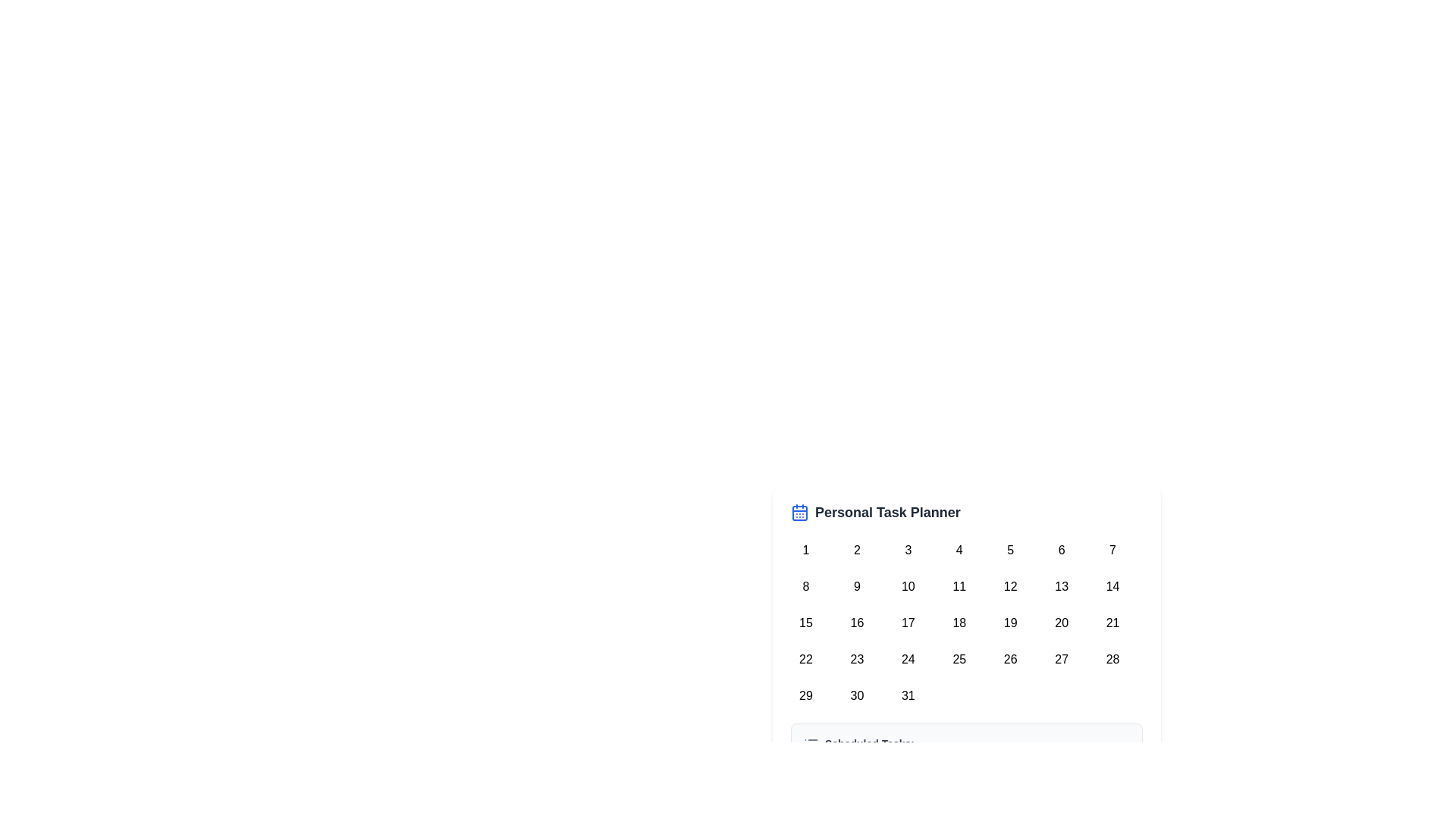 The width and height of the screenshot is (1456, 819). Describe the element at coordinates (856, 696) in the screenshot. I see `the rounded square button marked with the number '30'` at that location.